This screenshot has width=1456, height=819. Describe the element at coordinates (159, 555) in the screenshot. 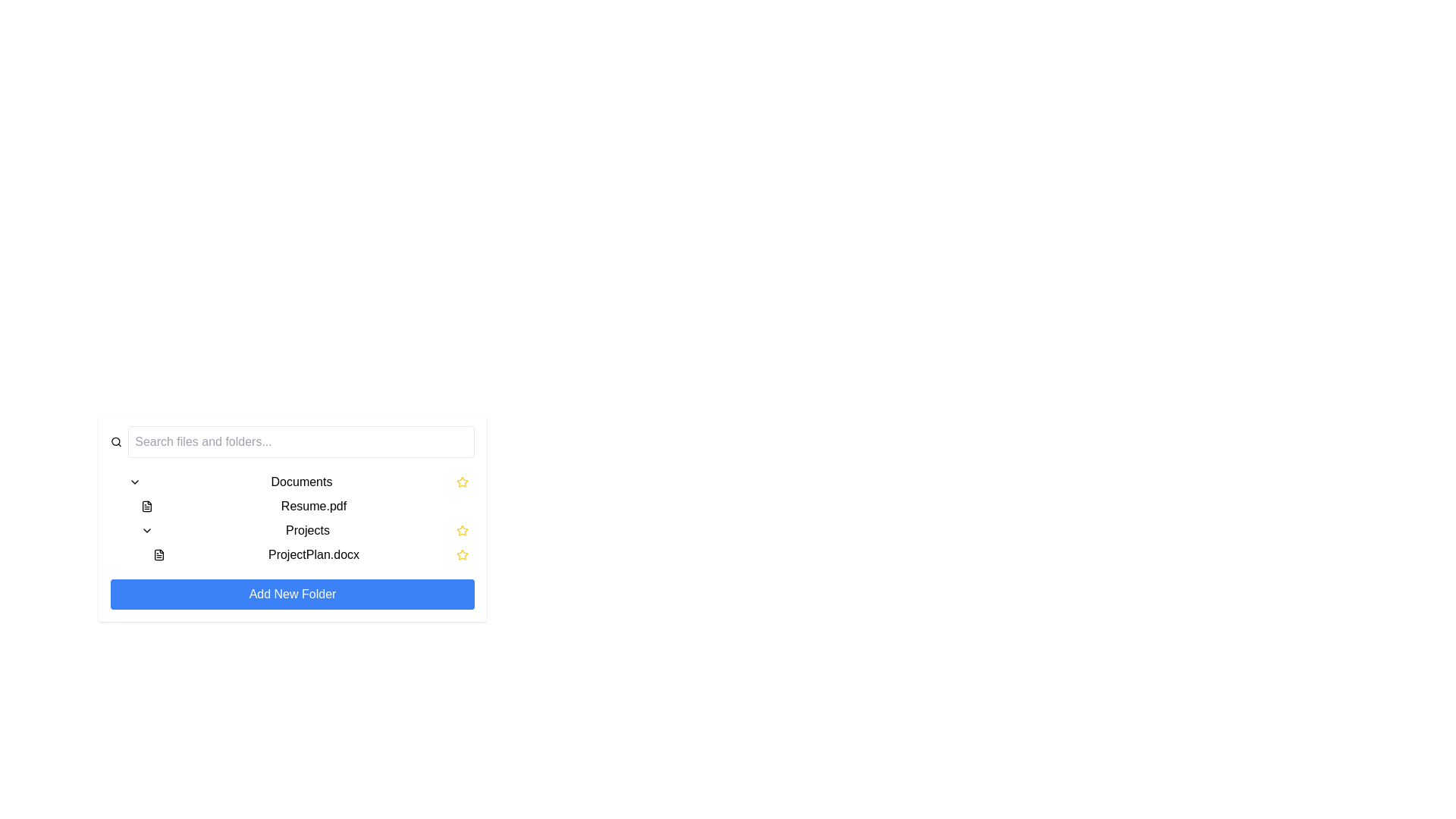

I see `the file representation icon for 'ProjectPlan.docx' within the SVG graphics context, located underneath the 'Projects' grouping` at that location.